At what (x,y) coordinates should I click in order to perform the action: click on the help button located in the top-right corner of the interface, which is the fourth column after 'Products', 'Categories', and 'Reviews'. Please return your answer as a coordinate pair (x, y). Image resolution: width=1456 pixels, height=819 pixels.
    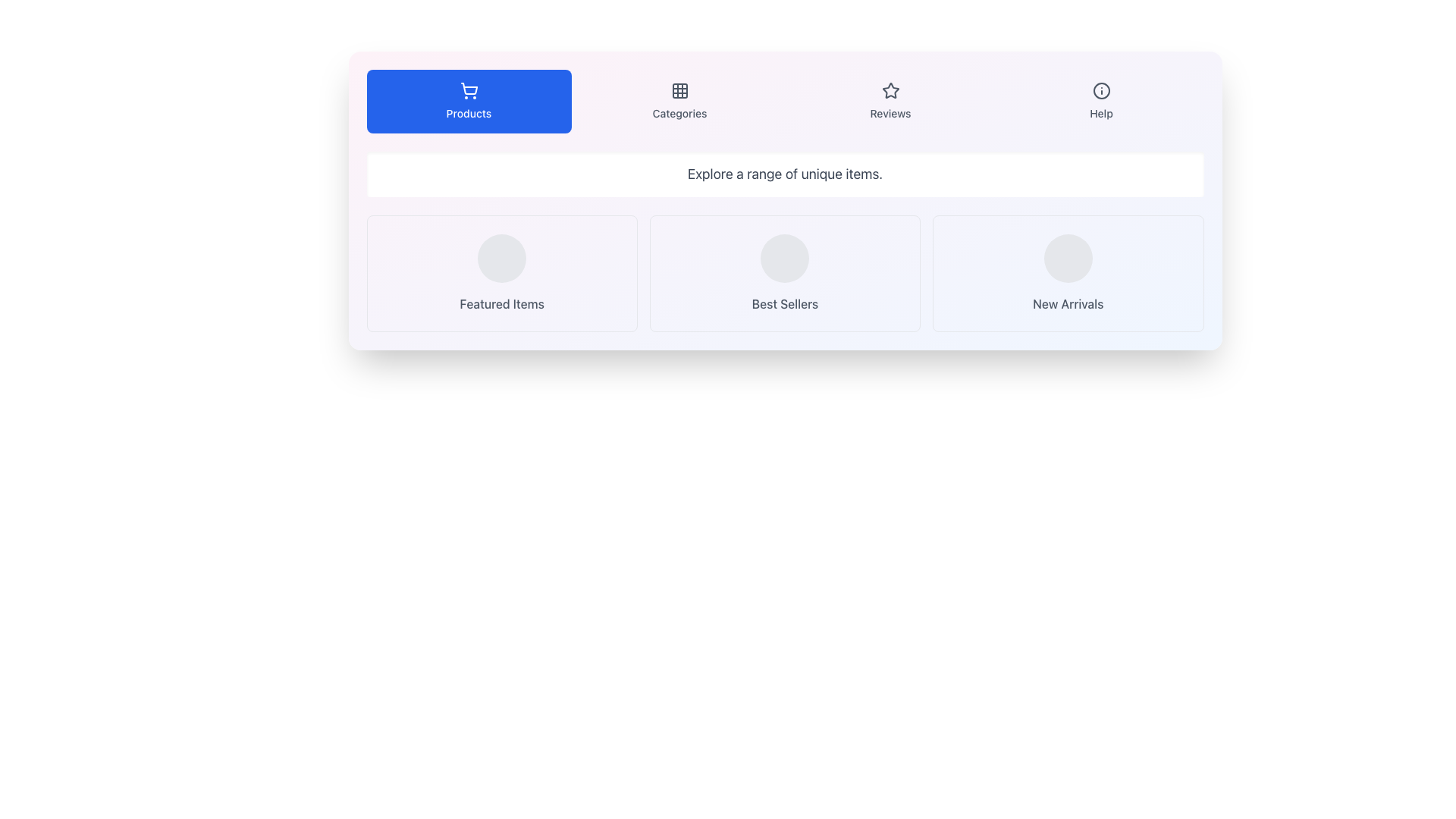
    Looking at the image, I should click on (1101, 102).